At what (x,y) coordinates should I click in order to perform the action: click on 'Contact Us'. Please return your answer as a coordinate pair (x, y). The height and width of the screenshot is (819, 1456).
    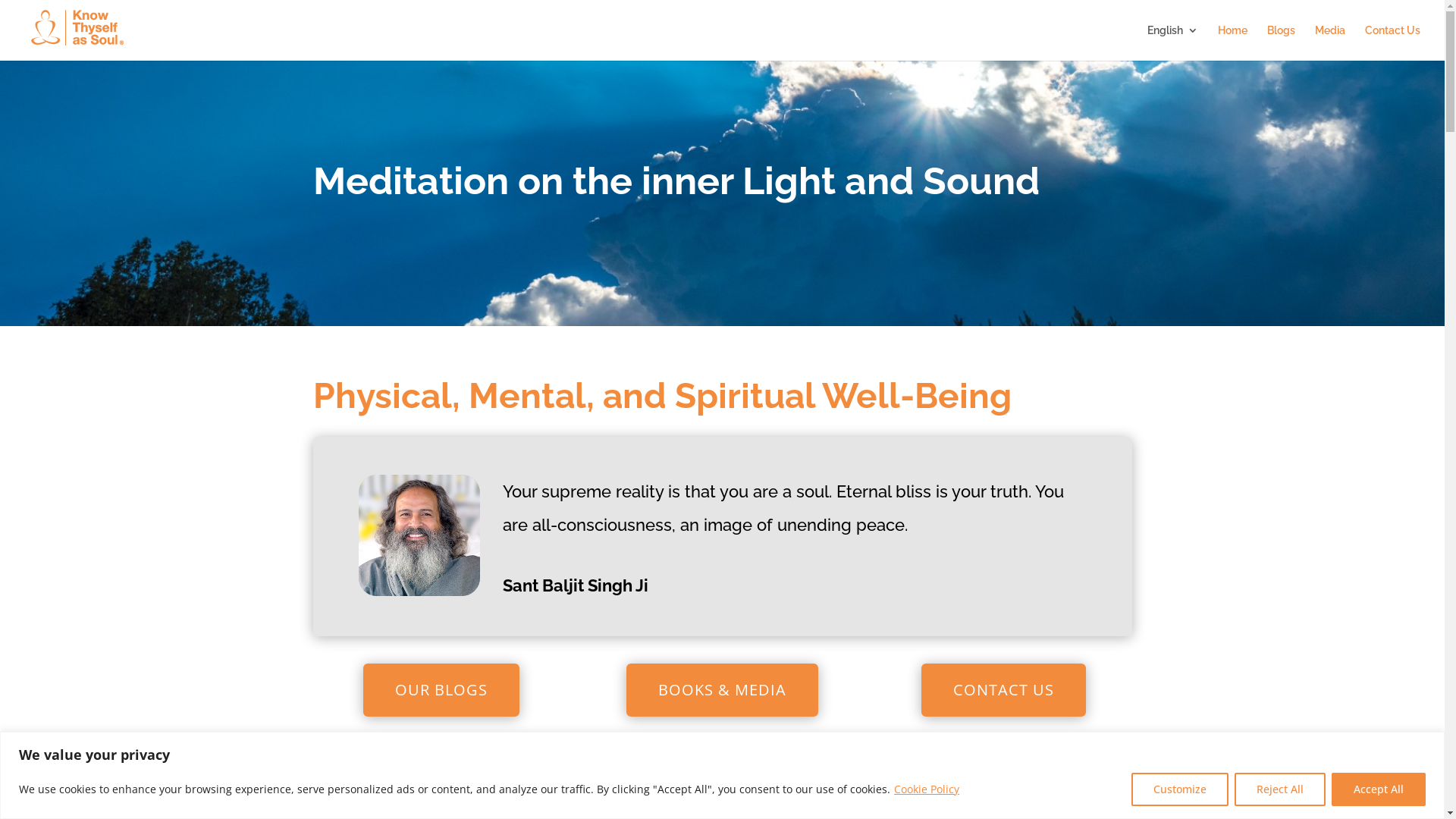
    Looking at the image, I should click on (1365, 42).